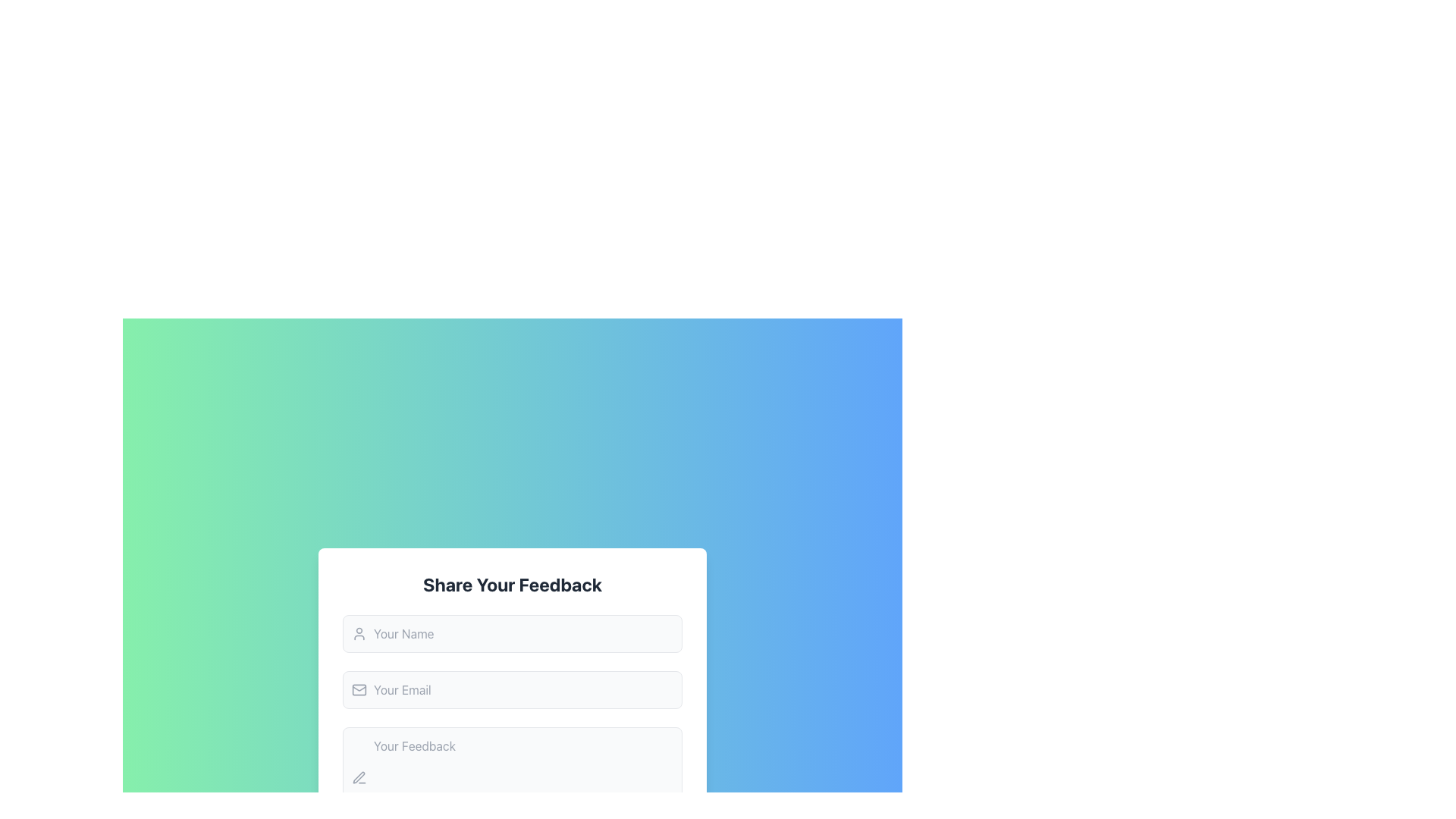 Image resolution: width=1456 pixels, height=819 pixels. I want to click on the envelope icon representing the email input field in the 'Share Your Feedback' form, so click(359, 690).